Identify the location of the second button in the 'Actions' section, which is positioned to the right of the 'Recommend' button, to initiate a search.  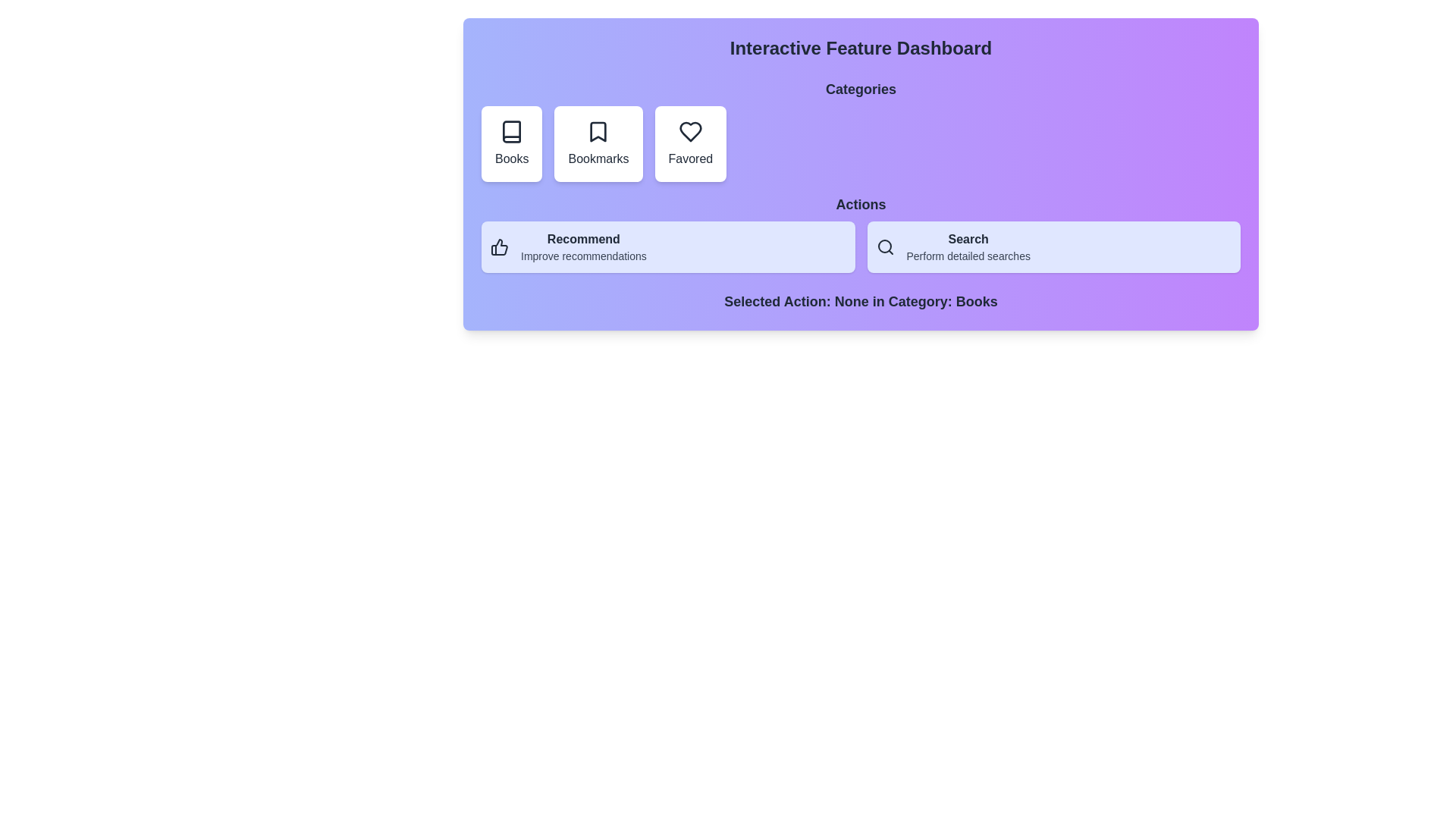
(1053, 246).